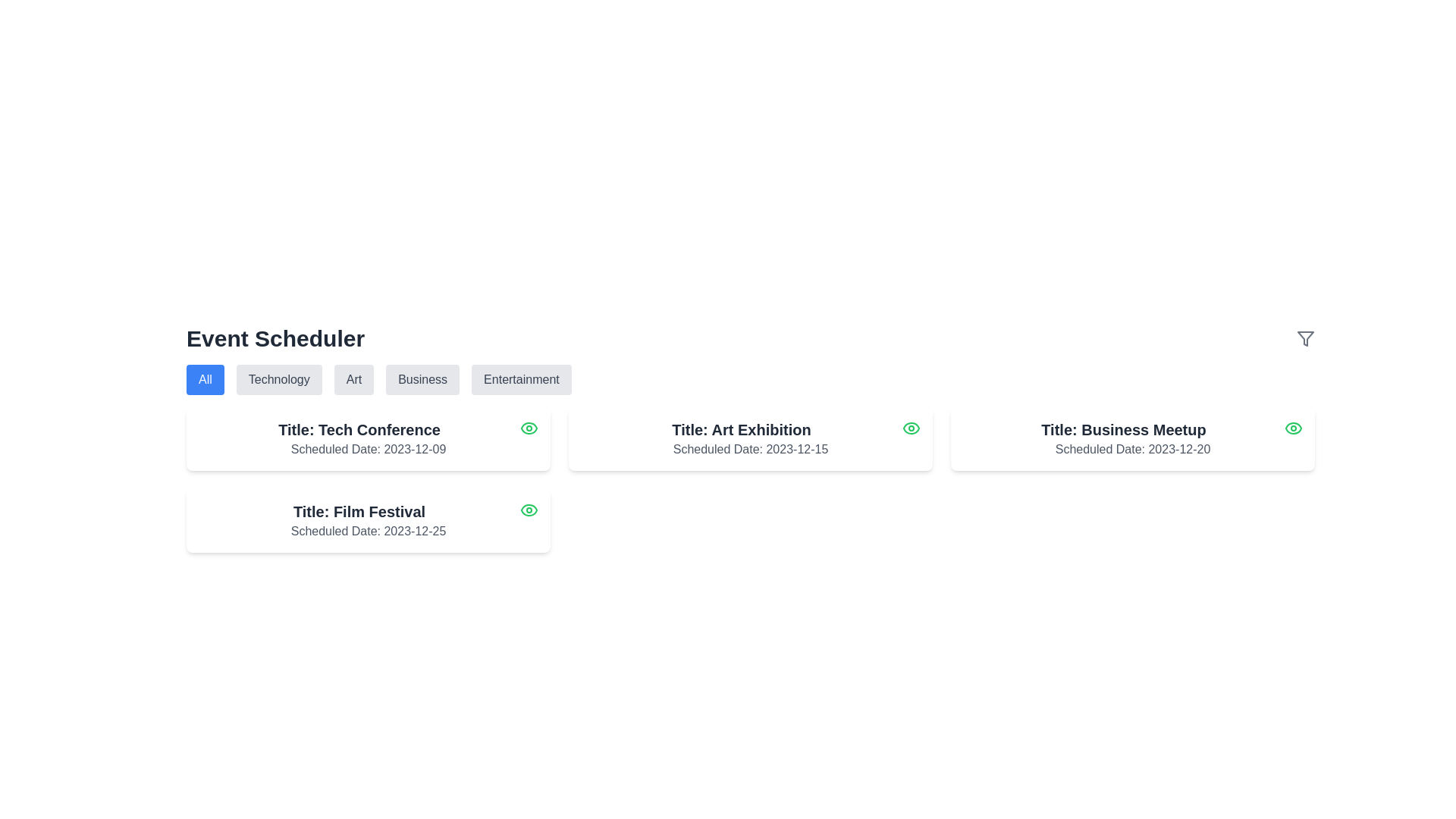 Image resolution: width=1456 pixels, height=819 pixels. I want to click on the static text displaying 'Scheduled Date: 2023-12-09', which is positioned below the title 'Title: Tech Conference' in the top-left card of the event grid layout, so click(368, 449).